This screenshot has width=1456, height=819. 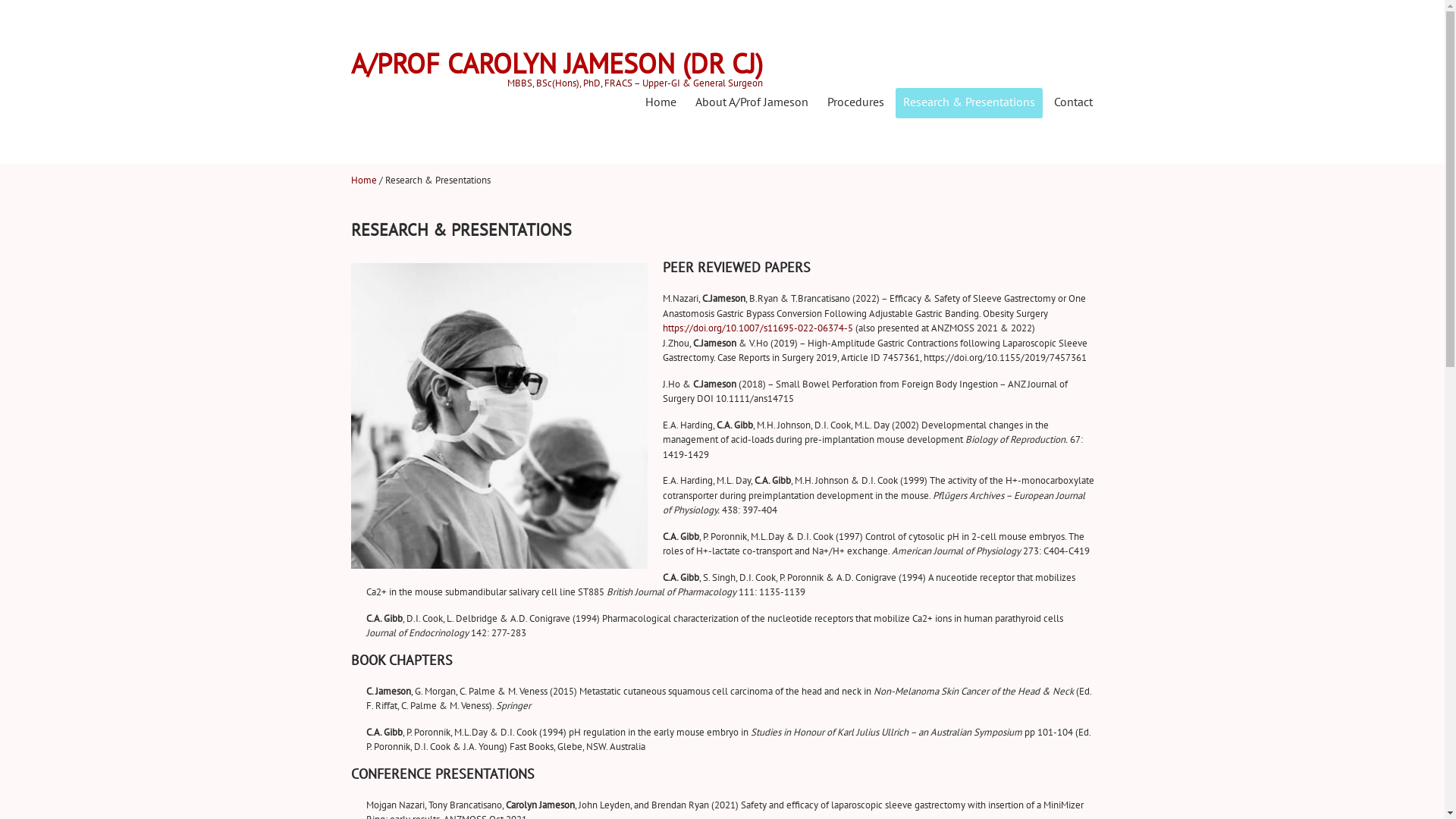 I want to click on 'https://doi.org/10.1007/s11695-022-06374-5', so click(x=758, y=327).